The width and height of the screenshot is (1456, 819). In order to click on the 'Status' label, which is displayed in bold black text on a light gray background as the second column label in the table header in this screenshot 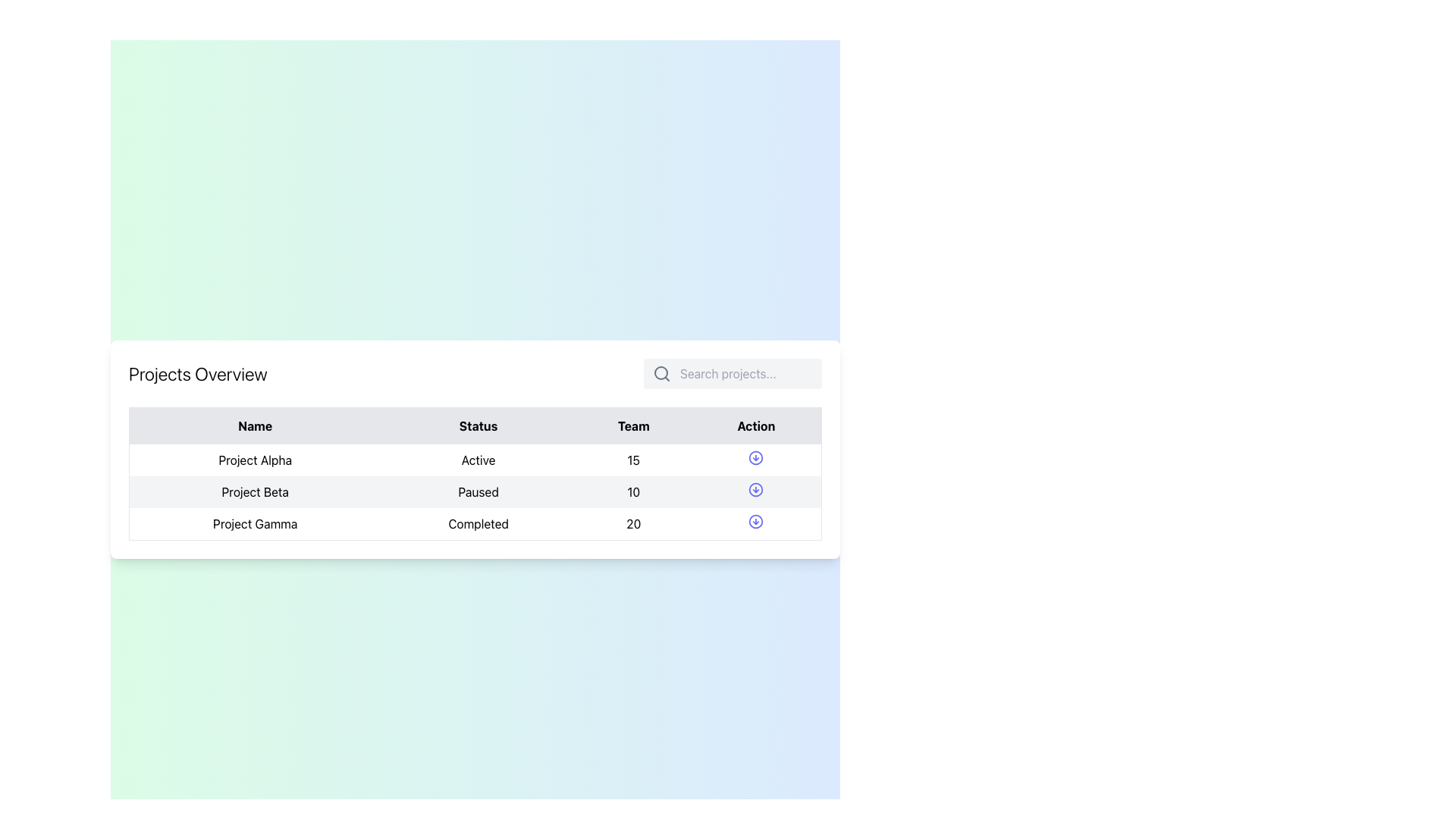, I will do `click(478, 425)`.